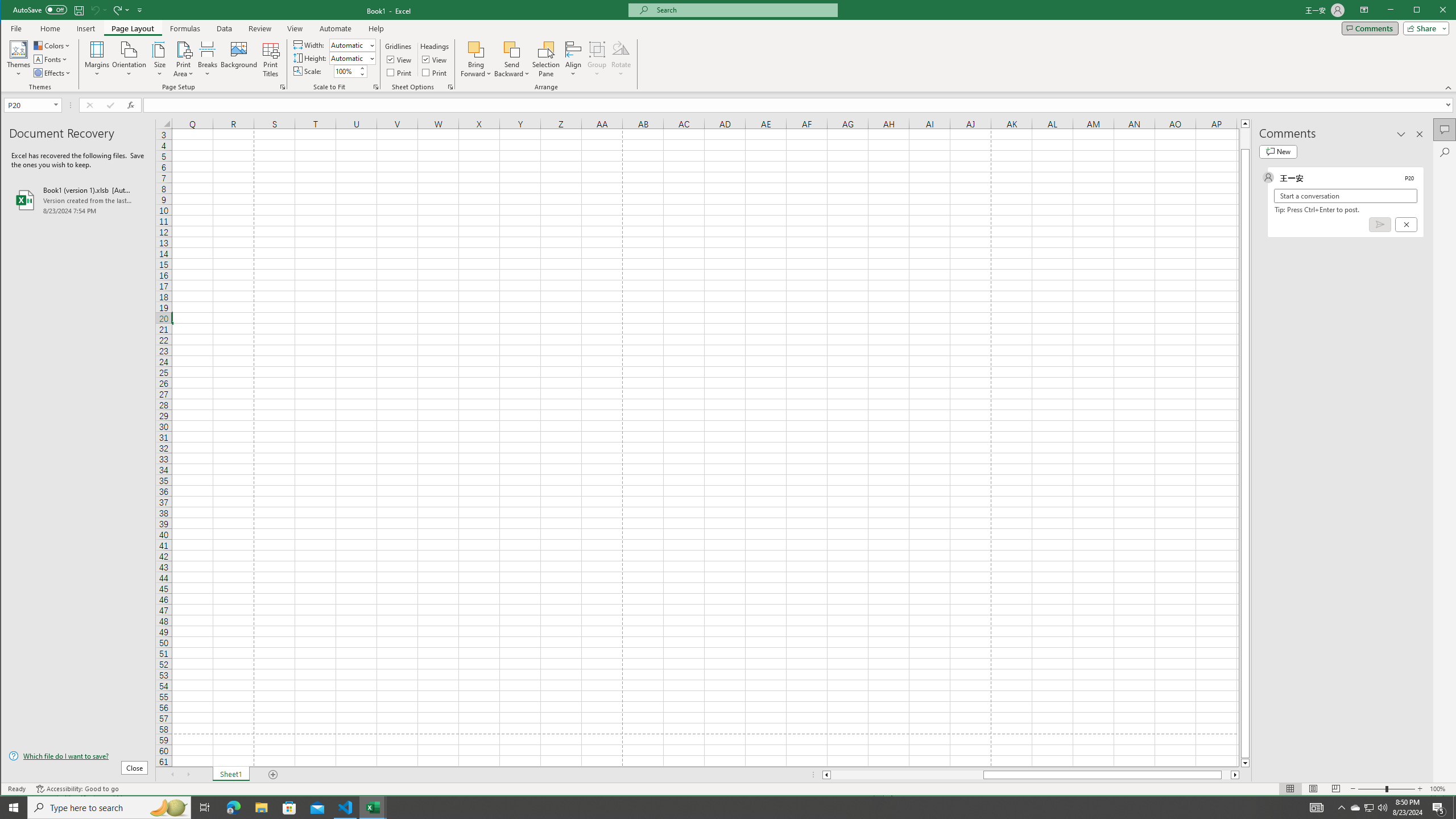  Describe the element at coordinates (14, 806) in the screenshot. I see `'Start'` at that location.